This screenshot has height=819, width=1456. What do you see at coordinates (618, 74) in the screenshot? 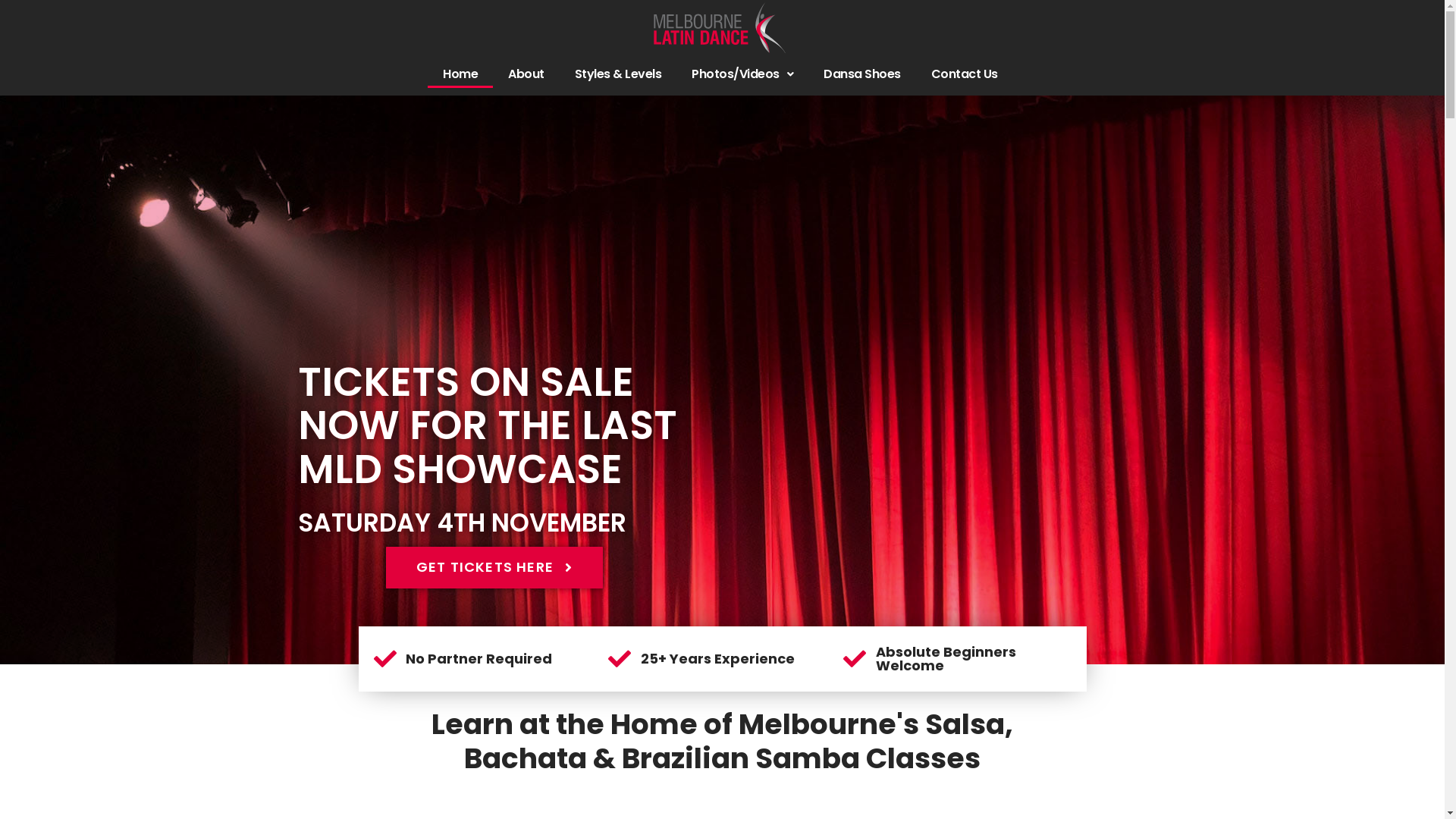
I see `'Styles & Levels'` at bounding box center [618, 74].